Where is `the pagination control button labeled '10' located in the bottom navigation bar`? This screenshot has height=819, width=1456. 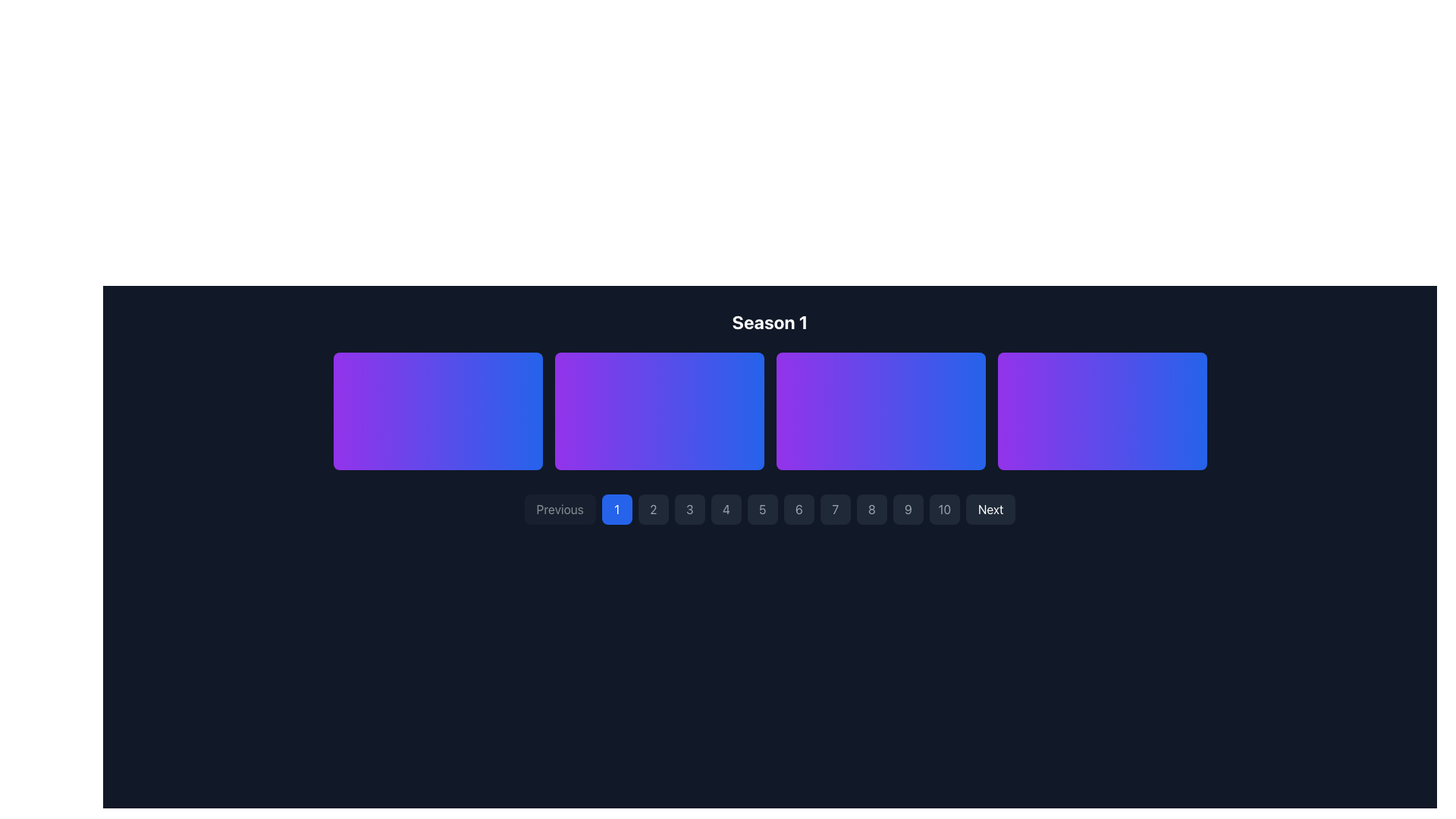
the pagination control button labeled '10' located in the bottom navigation bar is located at coordinates (943, 510).